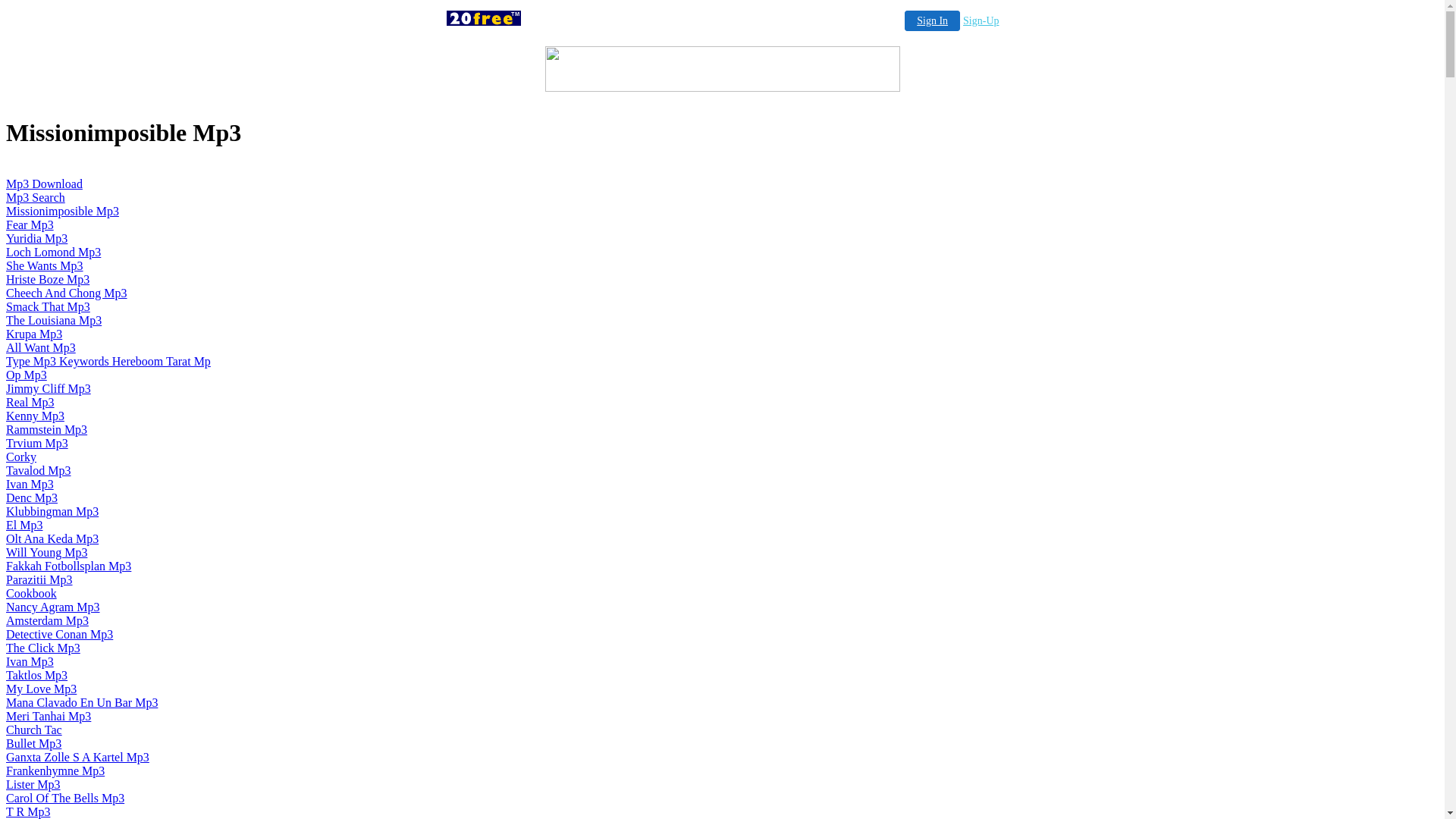 This screenshot has height=819, width=1456. Describe the element at coordinates (61, 211) in the screenshot. I see `'Missionimposible Mp3'` at that location.